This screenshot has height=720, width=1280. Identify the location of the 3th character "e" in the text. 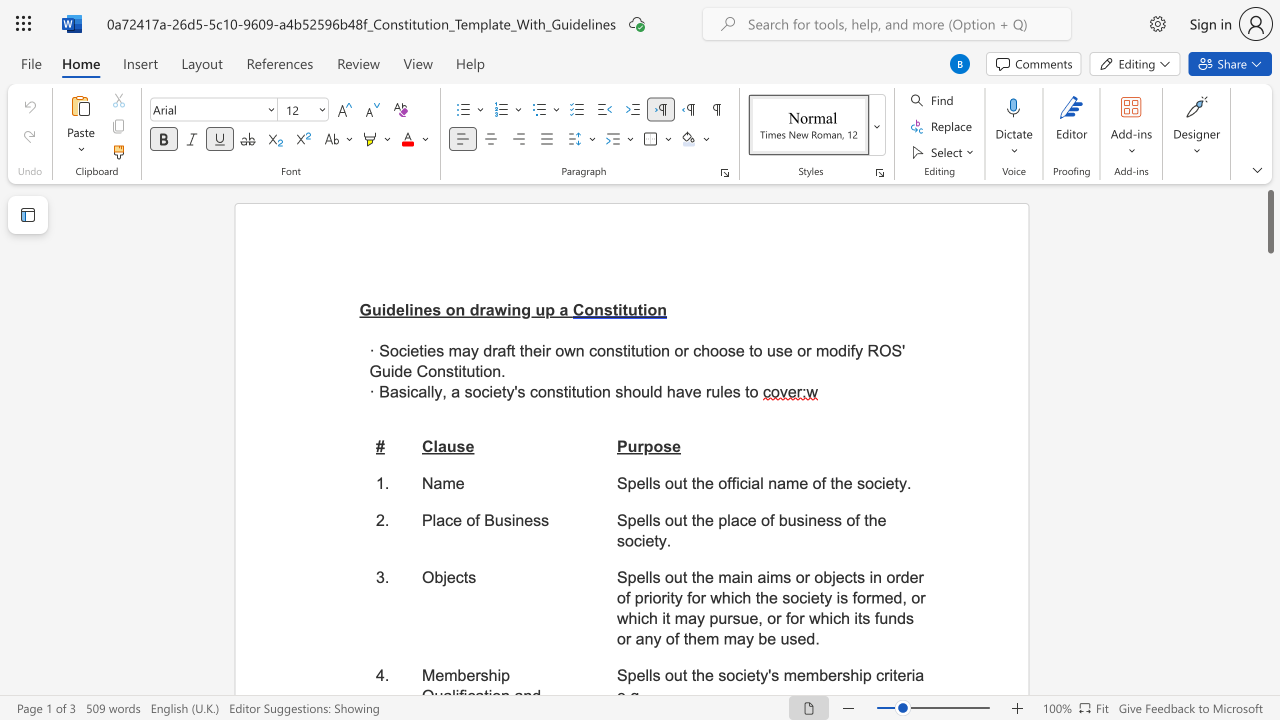
(751, 519).